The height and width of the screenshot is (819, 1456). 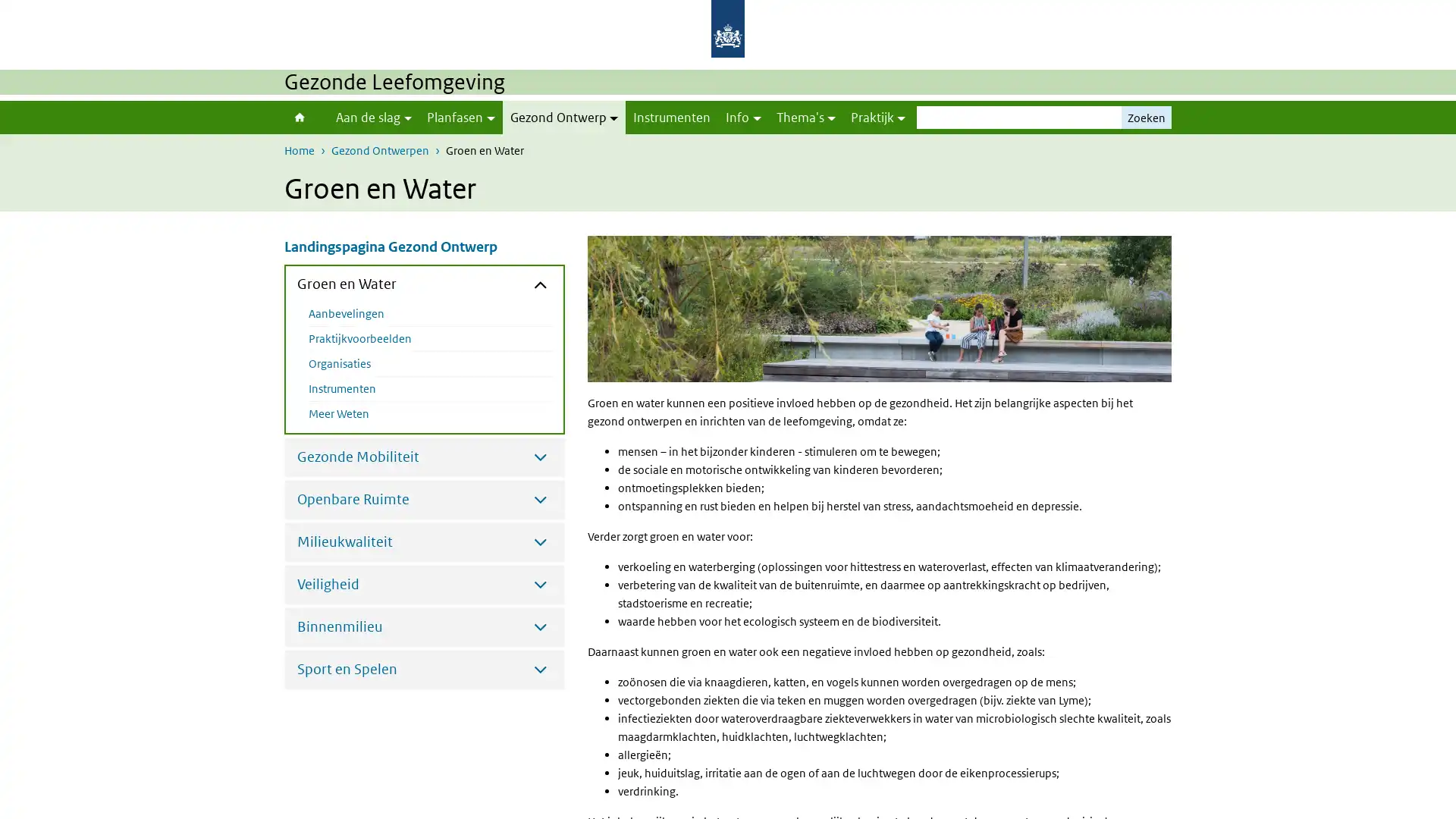 What do you see at coordinates (541, 455) in the screenshot?
I see `Submenu openen` at bounding box center [541, 455].